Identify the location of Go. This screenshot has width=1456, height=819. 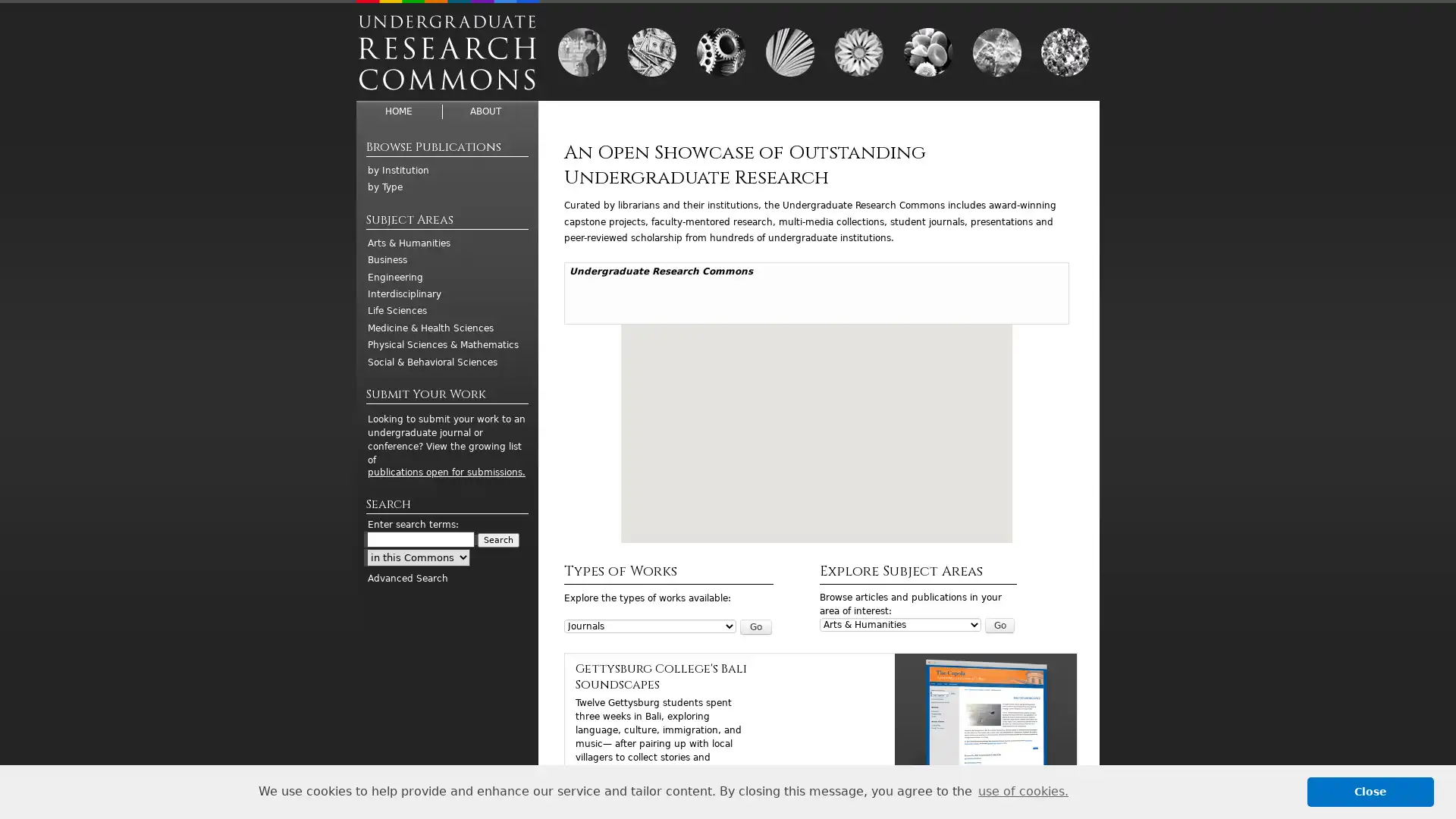
(999, 626).